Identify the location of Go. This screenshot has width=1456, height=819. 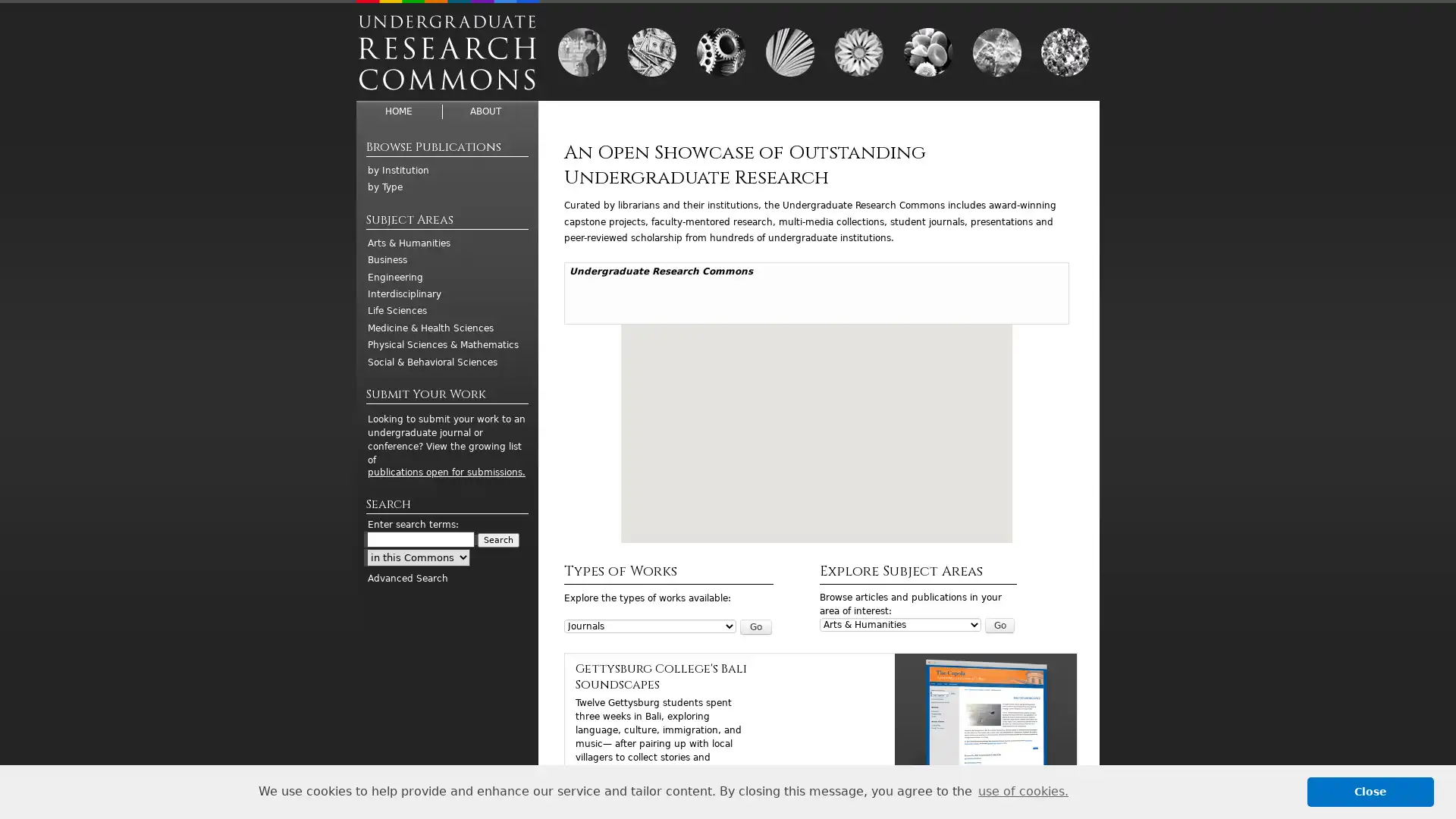
(999, 626).